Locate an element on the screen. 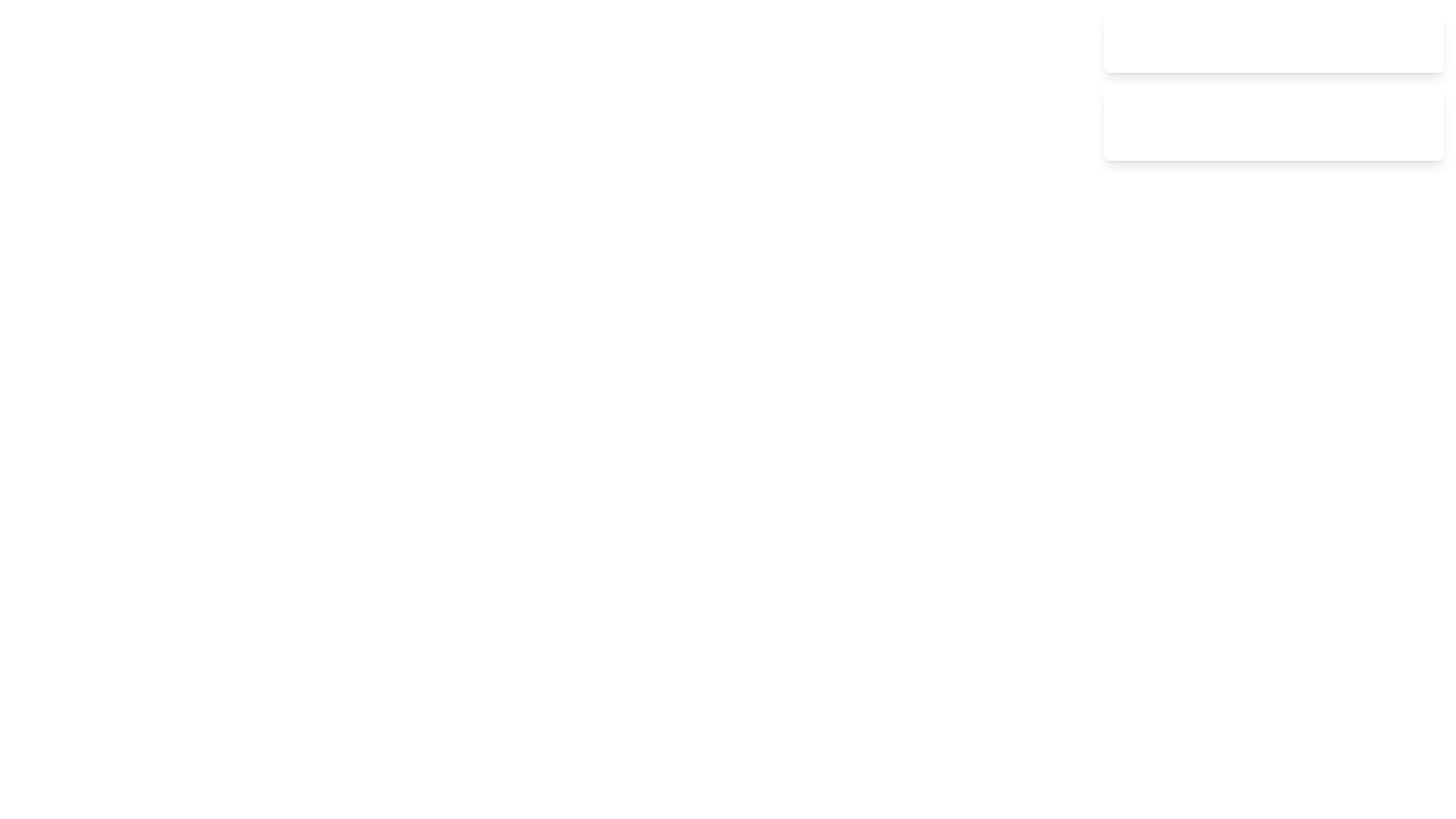 This screenshot has height=819, width=1456. the close button of the alert to dismiss it is located at coordinates (1415, 42).